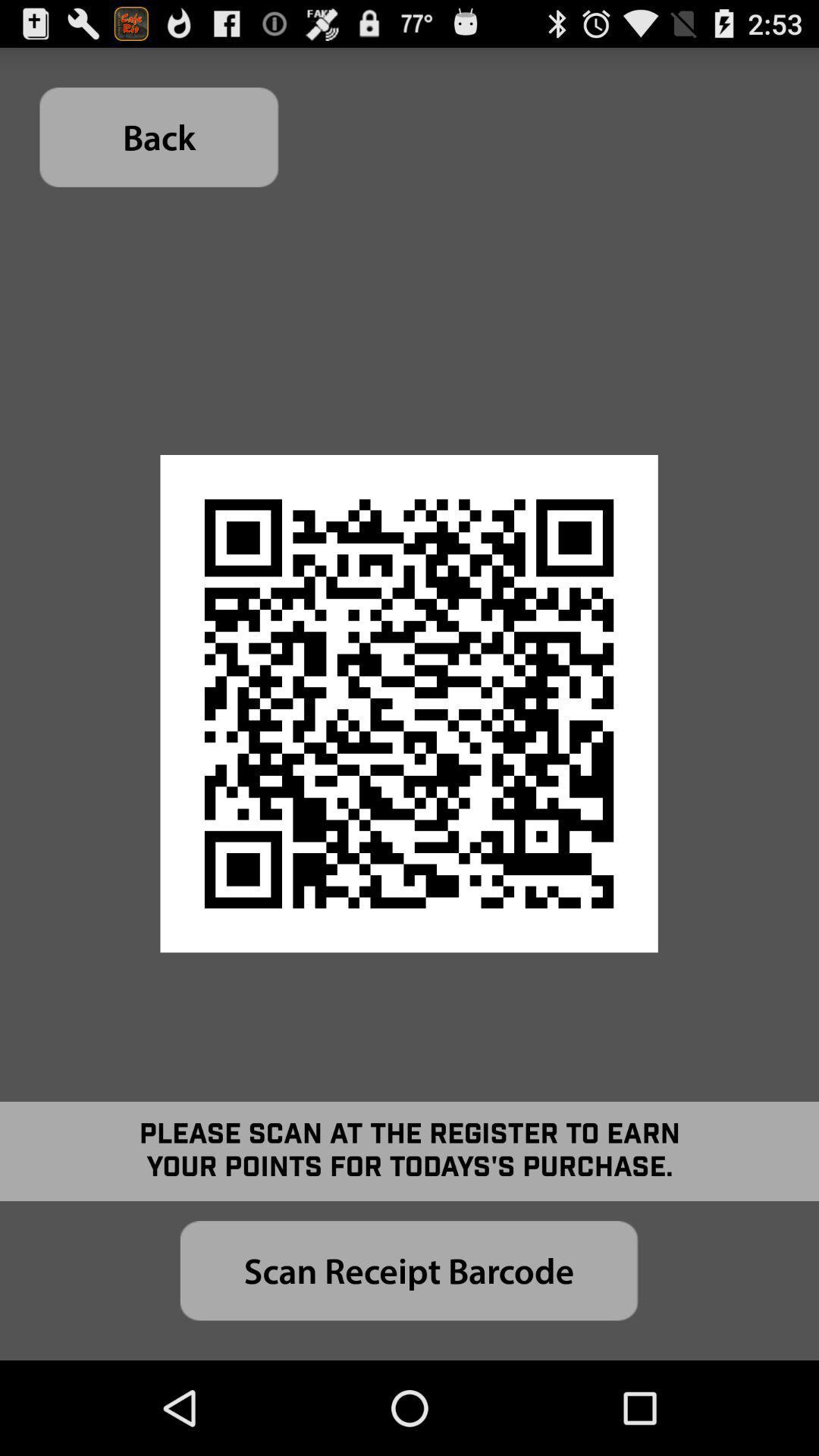 Image resolution: width=819 pixels, height=1456 pixels. Describe the element at coordinates (408, 1270) in the screenshot. I see `icon below the please scan at icon` at that location.